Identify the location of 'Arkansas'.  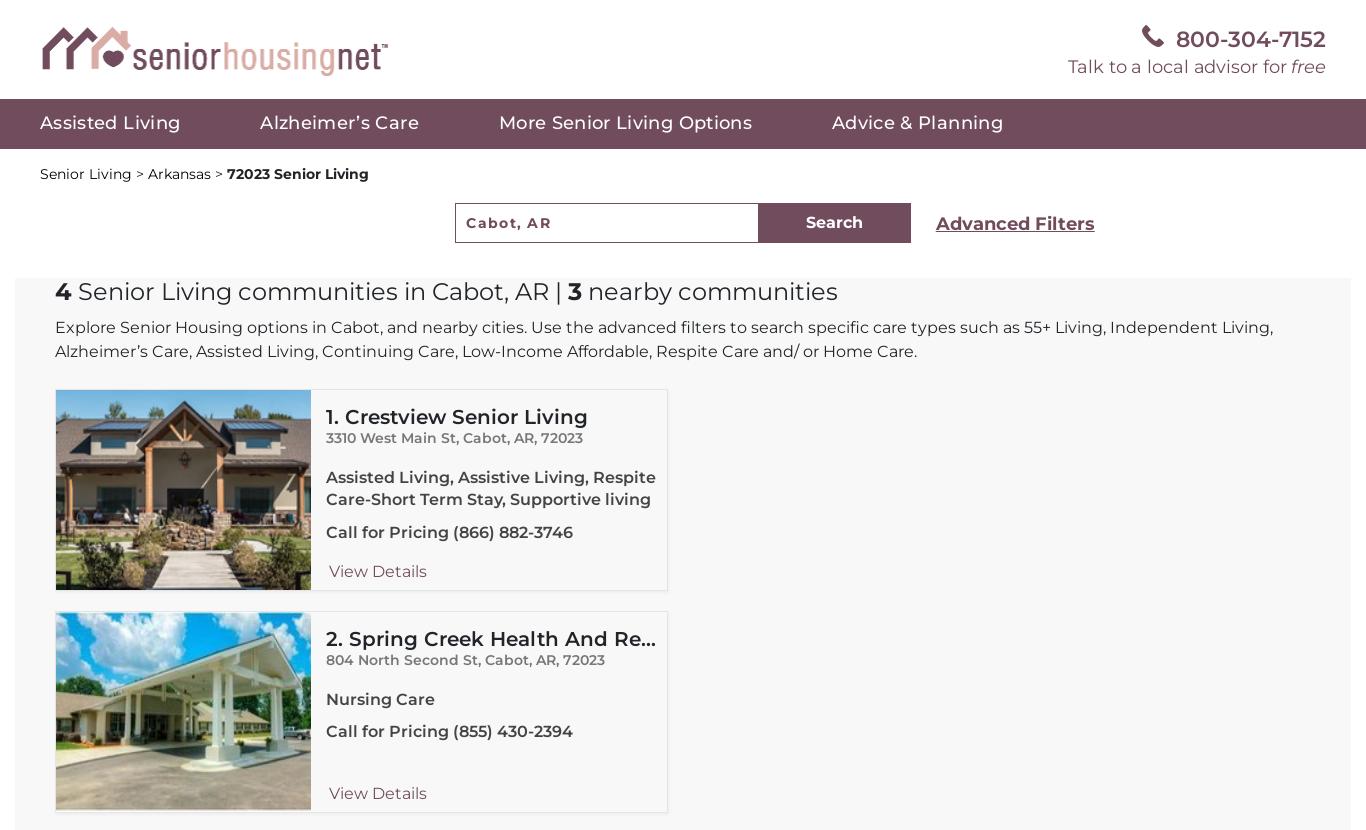
(180, 173).